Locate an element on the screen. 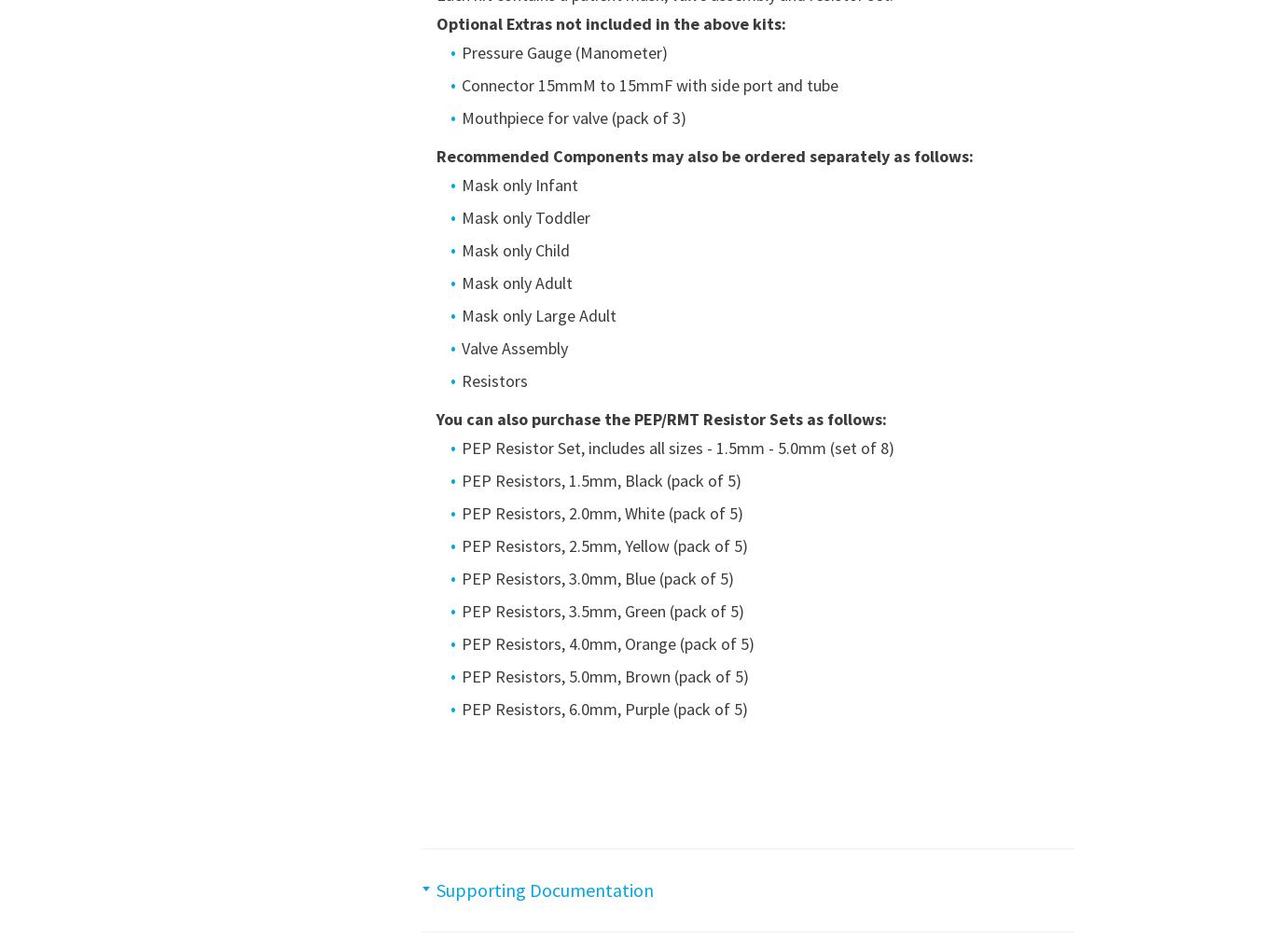 The width and height of the screenshot is (1274, 952). 'PEP Resistors, 2.0mm, White (pack of 5)' is located at coordinates (601, 512).